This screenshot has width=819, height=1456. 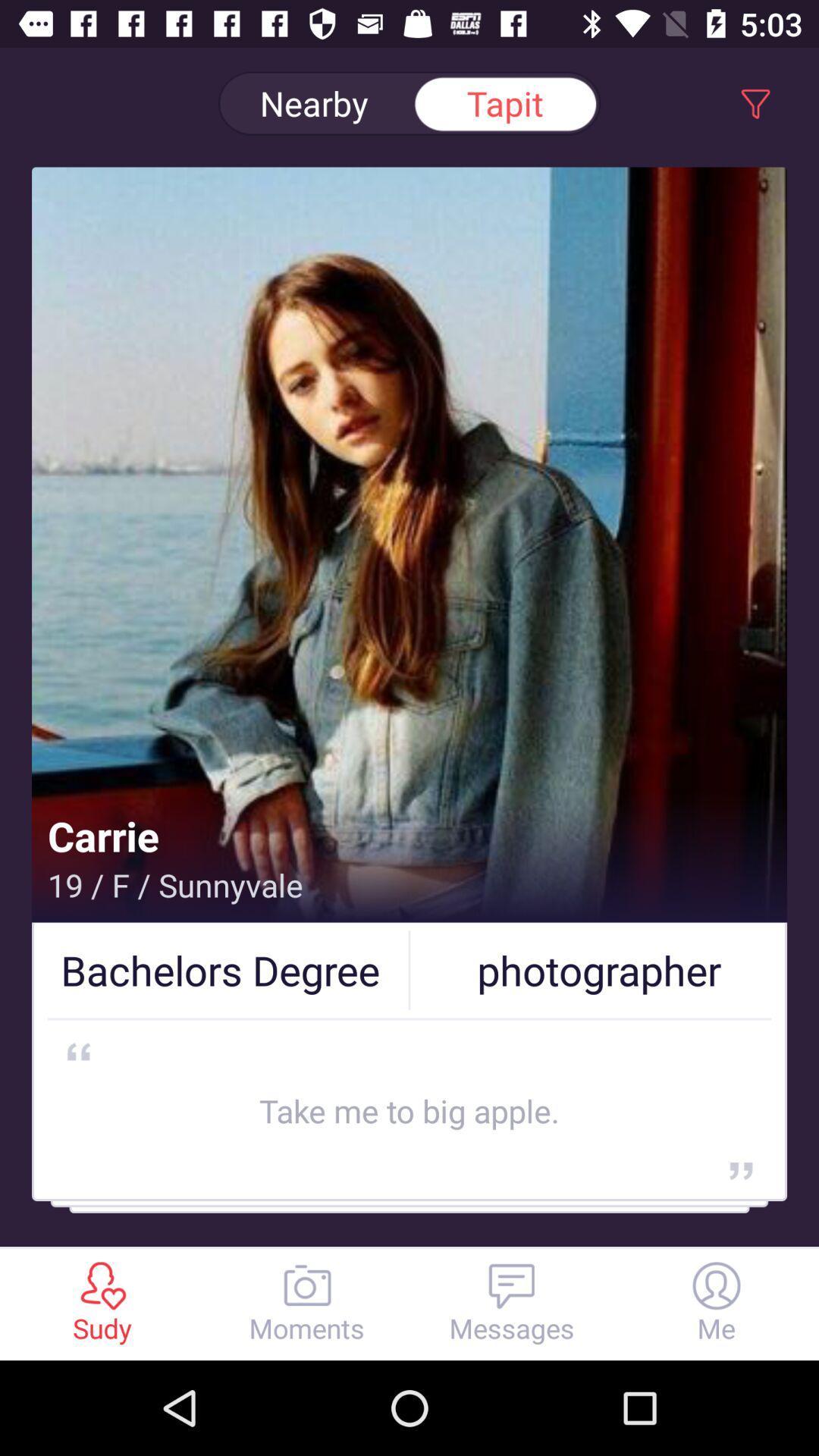 I want to click on symbol below bachelor degree, so click(x=79, y=1050).